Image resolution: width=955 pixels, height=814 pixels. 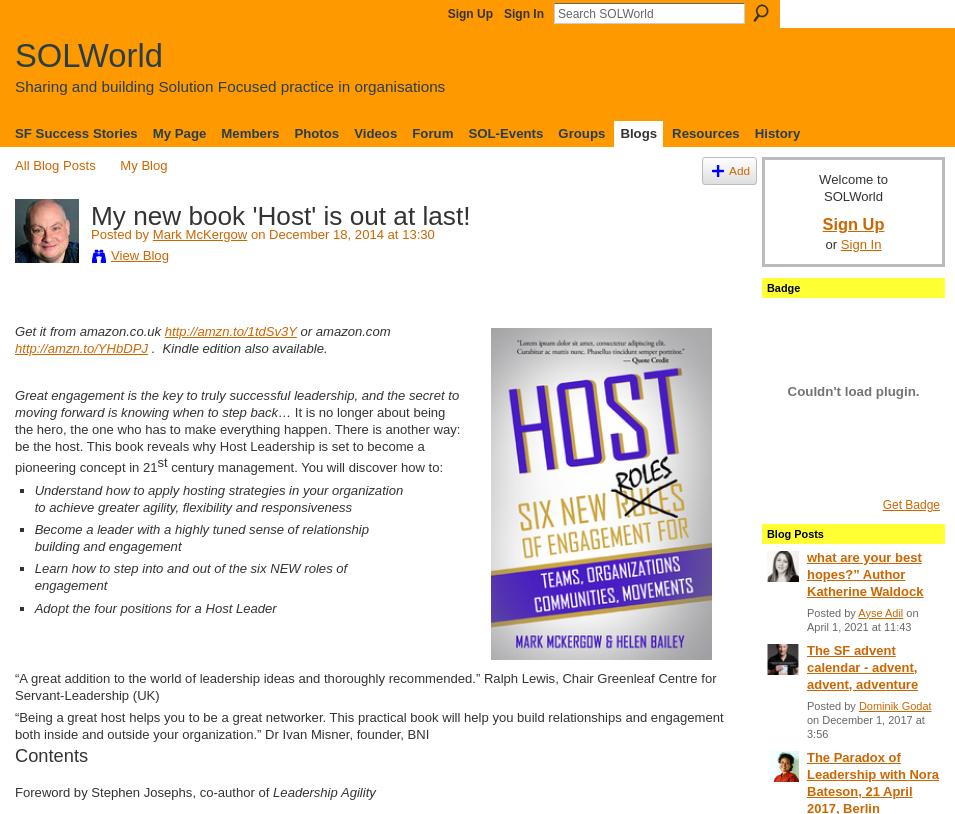 What do you see at coordinates (825, 244) in the screenshot?
I see `'or'` at bounding box center [825, 244].